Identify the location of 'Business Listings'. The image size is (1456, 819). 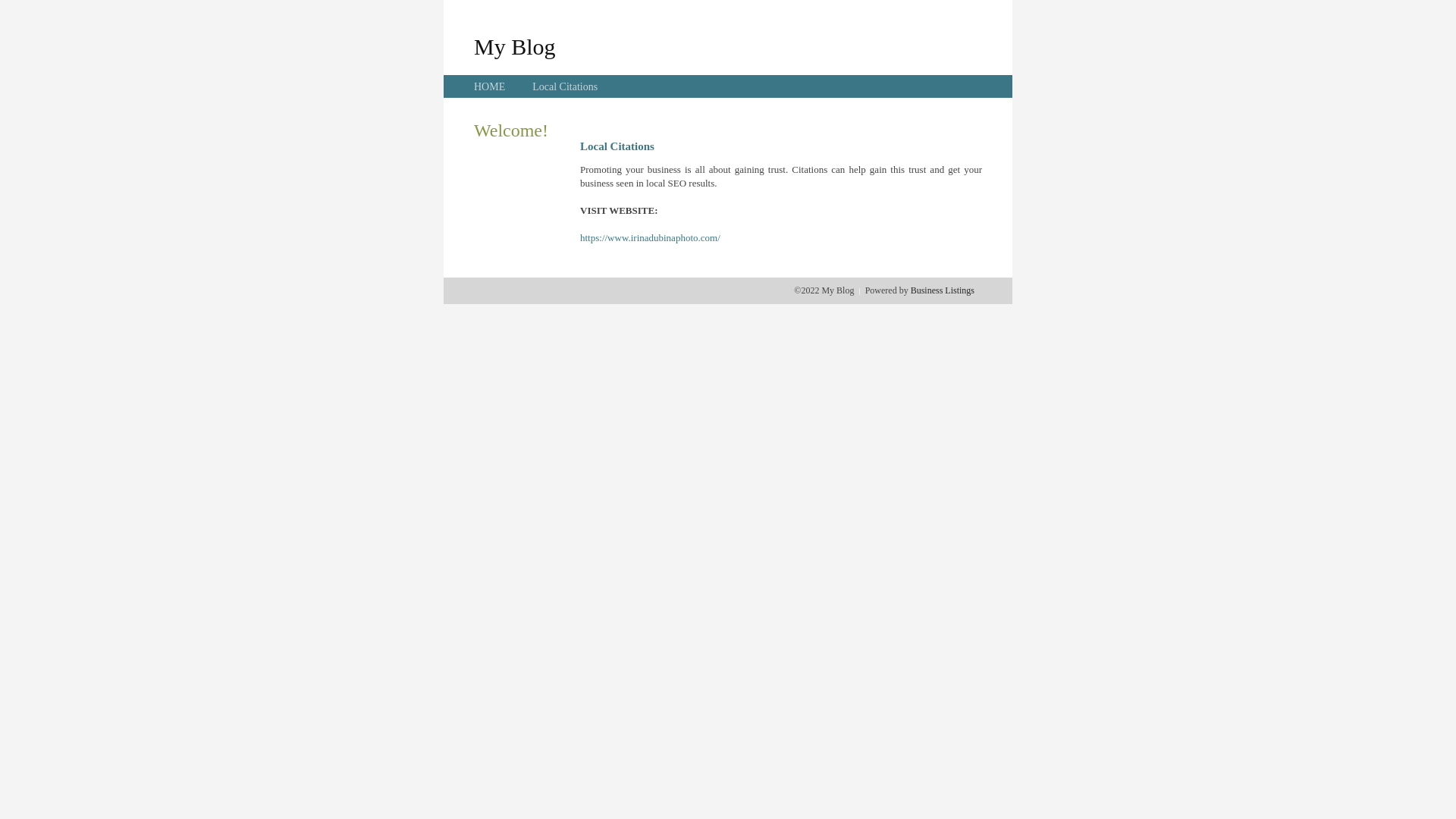
(942, 290).